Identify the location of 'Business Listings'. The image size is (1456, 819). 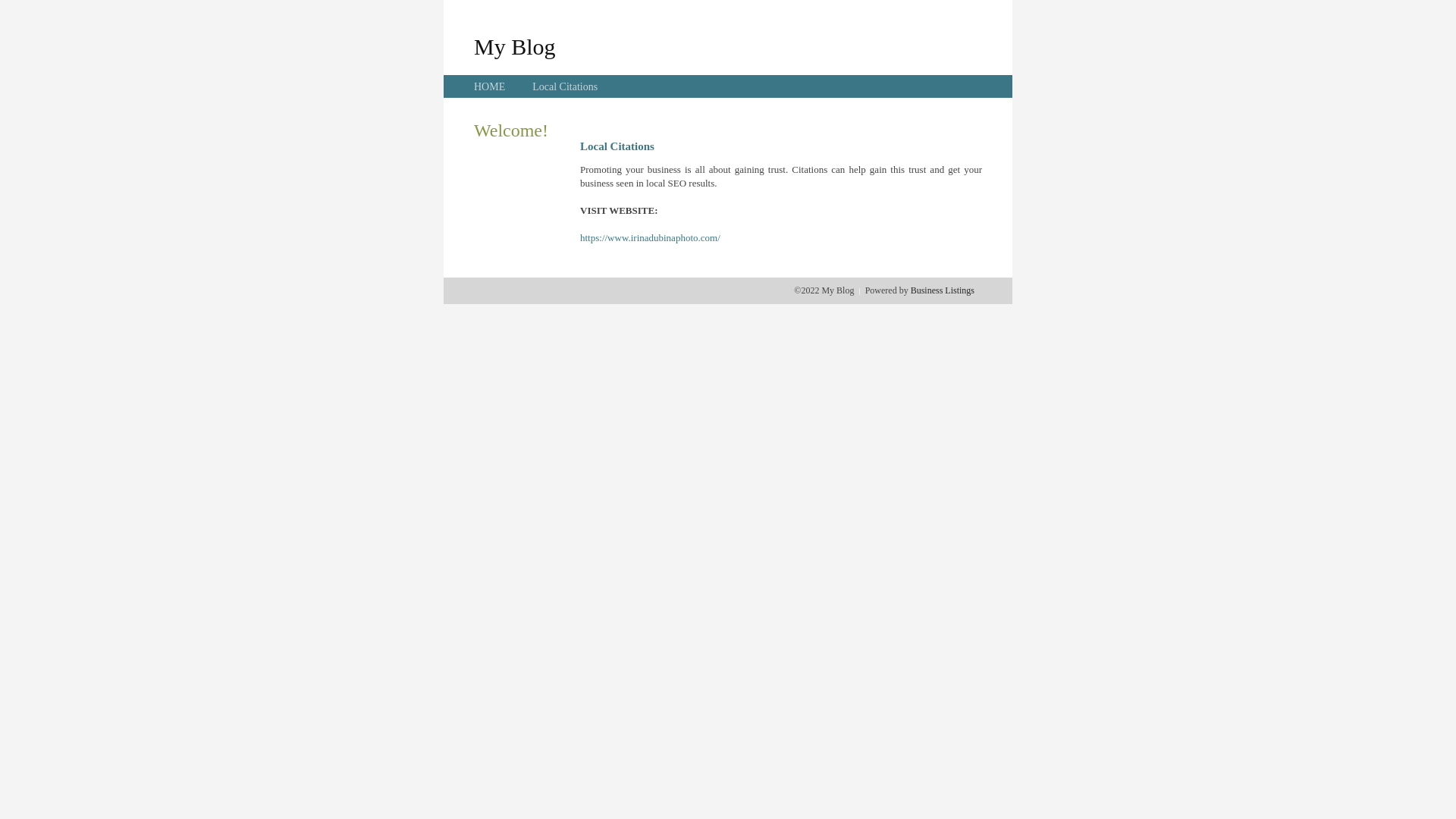
(942, 290).